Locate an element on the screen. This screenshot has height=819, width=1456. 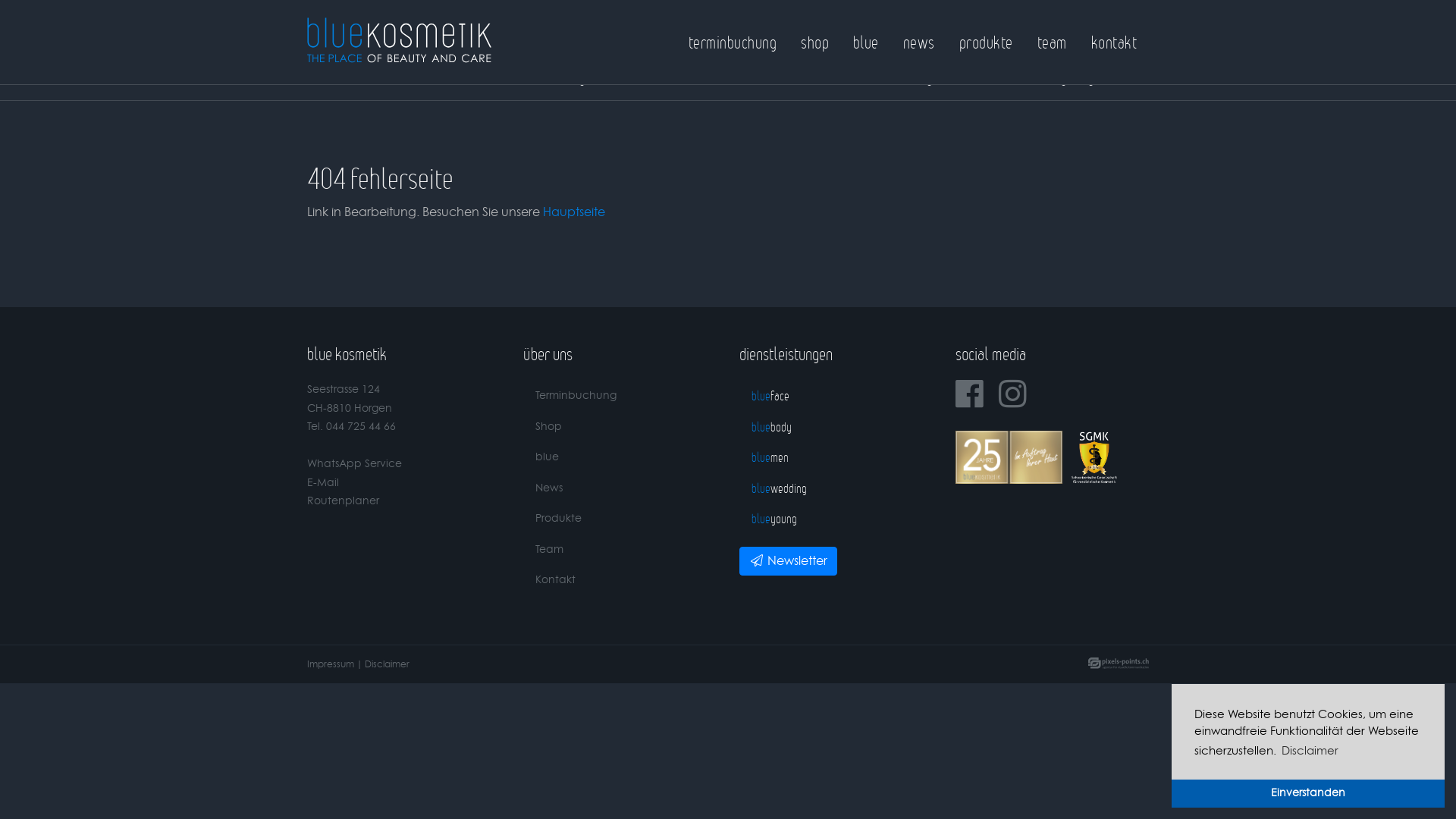
'produkte' is located at coordinates (986, 42).